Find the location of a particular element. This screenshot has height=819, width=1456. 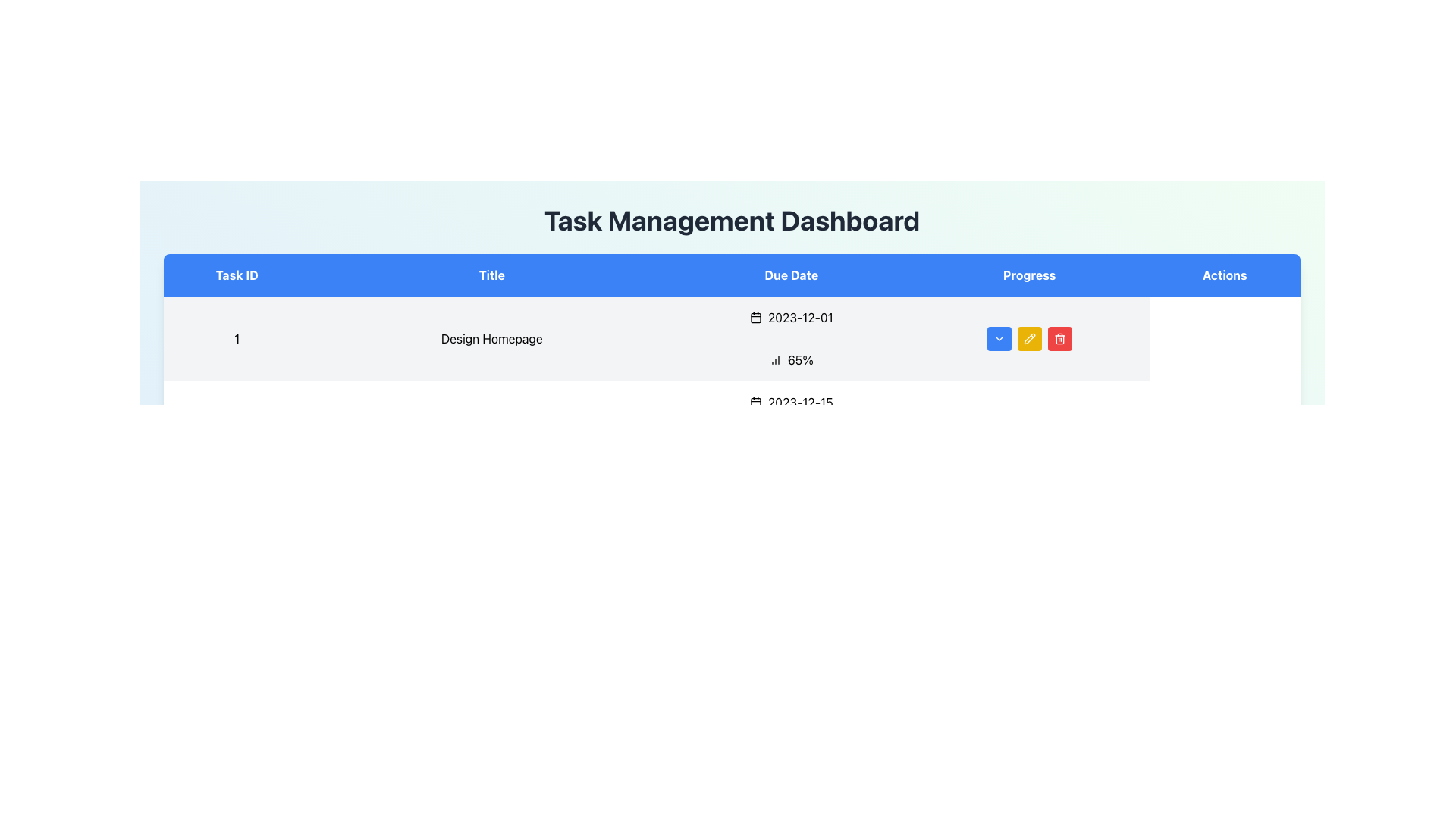

the small blue button with a white chevron-down icon located in the 'Actions' column of the first row of the task table is located at coordinates (999, 338).